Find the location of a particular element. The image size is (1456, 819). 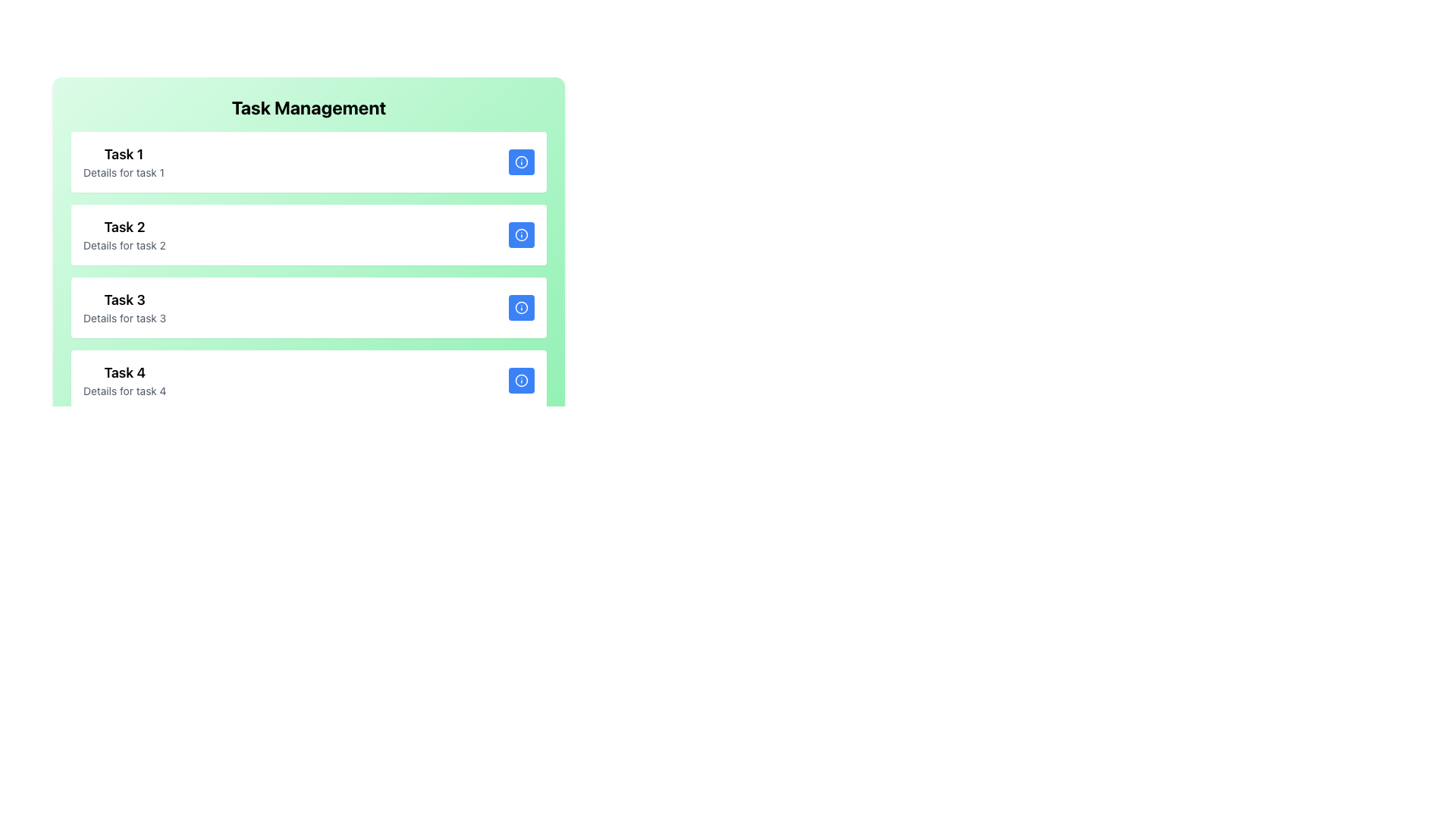

the Text block (heading and description) that serves as a summary for a task, located in the second row of the vertically arranged task list, between 'Task 1' and 'Task 3' is located at coordinates (124, 234).